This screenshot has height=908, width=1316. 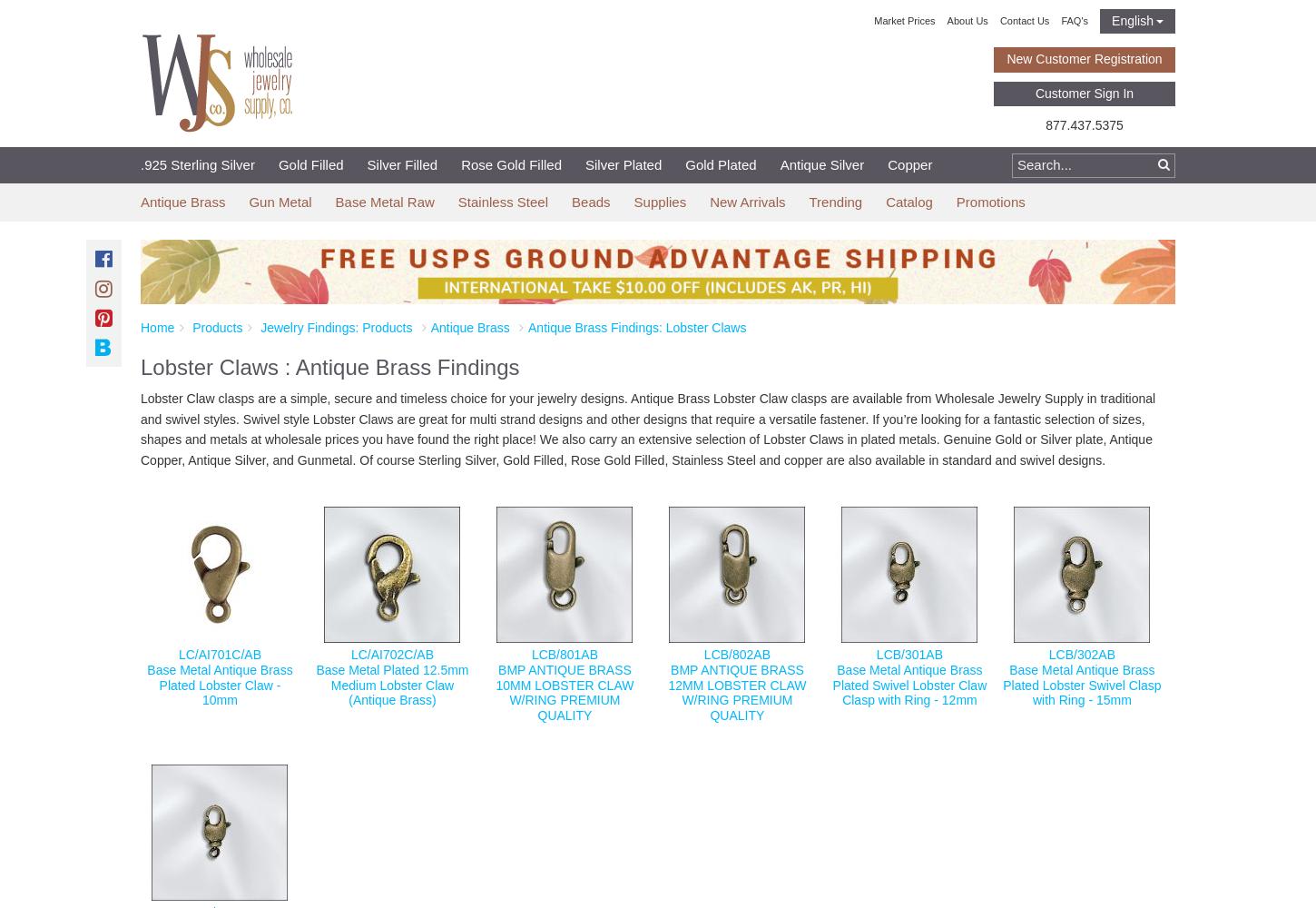 What do you see at coordinates (564, 692) in the screenshot?
I see `'BMP ANTIQUE BRASS 10MM LOBSTER CLAW W/RING PREMIUM QUALITY'` at bounding box center [564, 692].